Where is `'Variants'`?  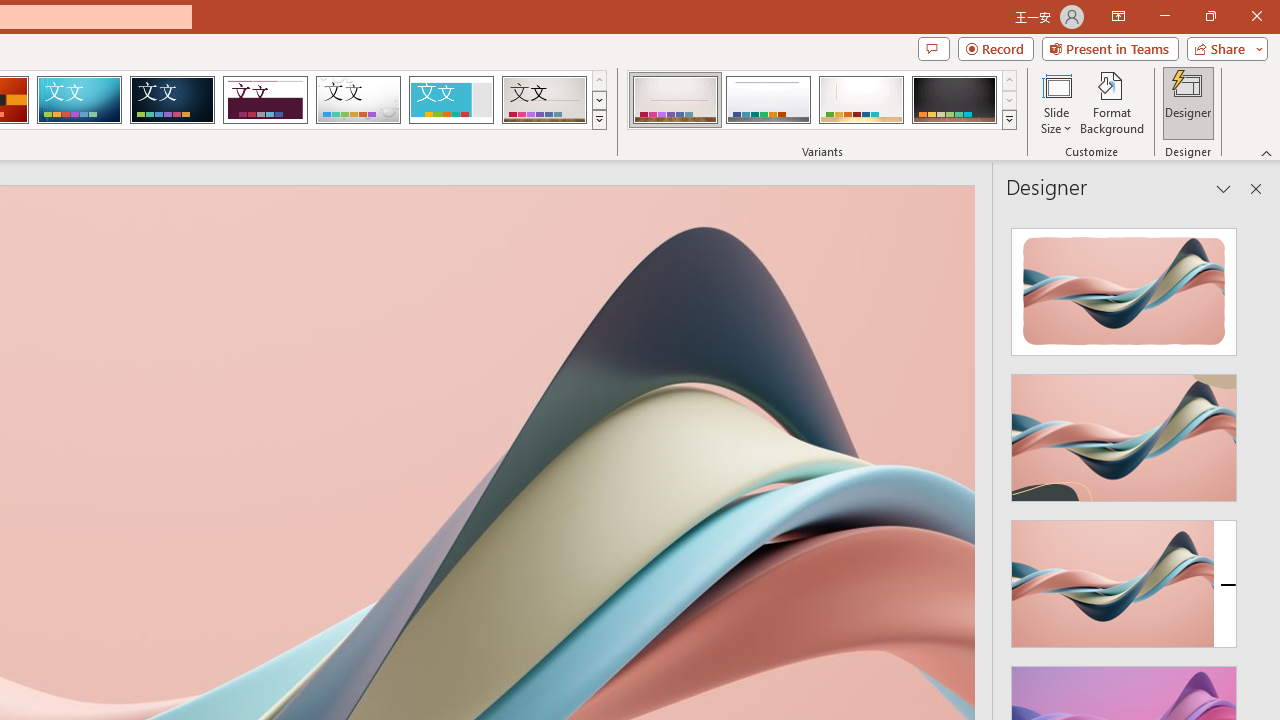
'Variants' is located at coordinates (1009, 120).